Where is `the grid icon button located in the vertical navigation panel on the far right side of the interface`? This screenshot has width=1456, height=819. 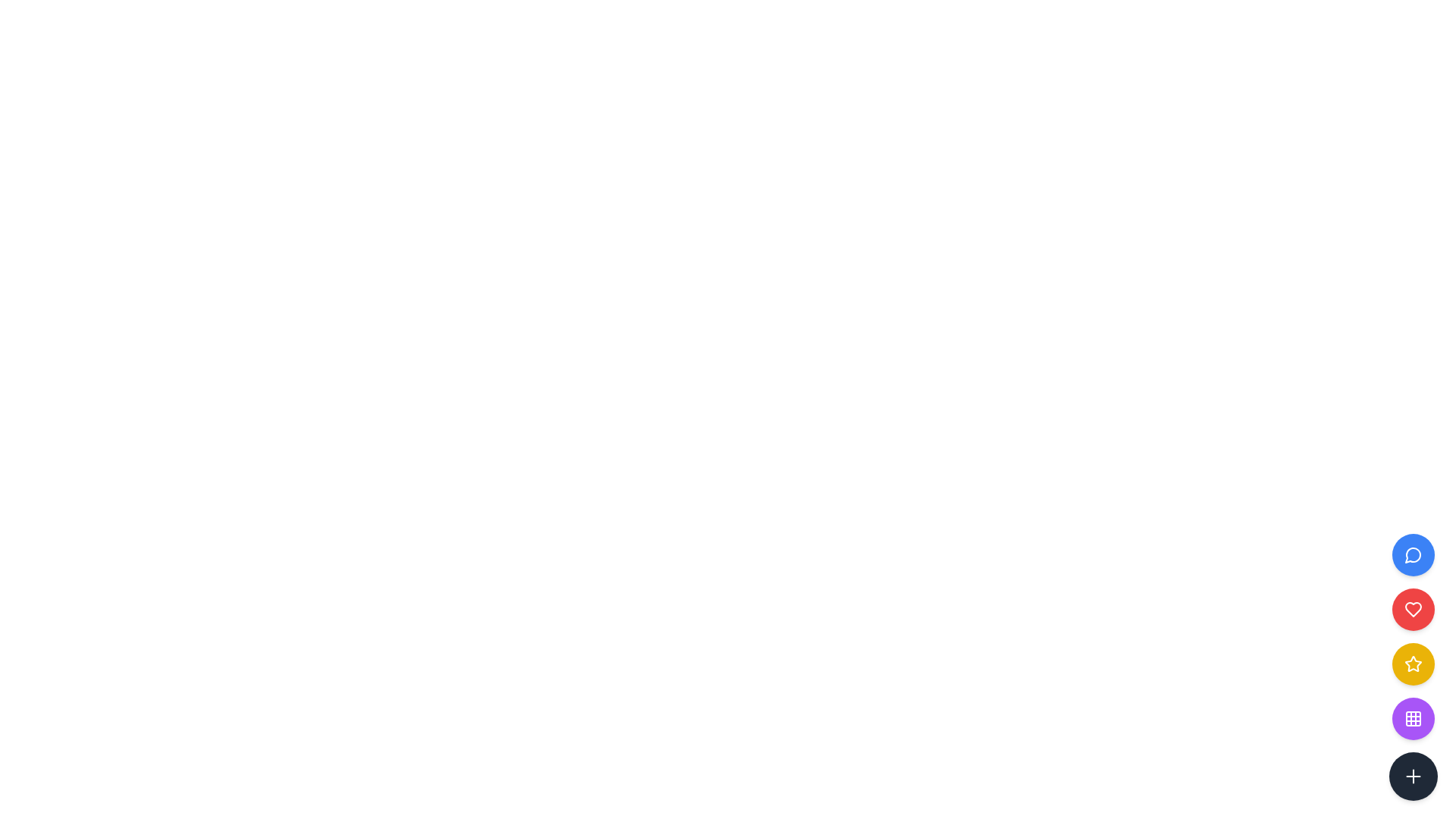
the grid icon button located in the vertical navigation panel on the far right side of the interface is located at coordinates (1412, 718).